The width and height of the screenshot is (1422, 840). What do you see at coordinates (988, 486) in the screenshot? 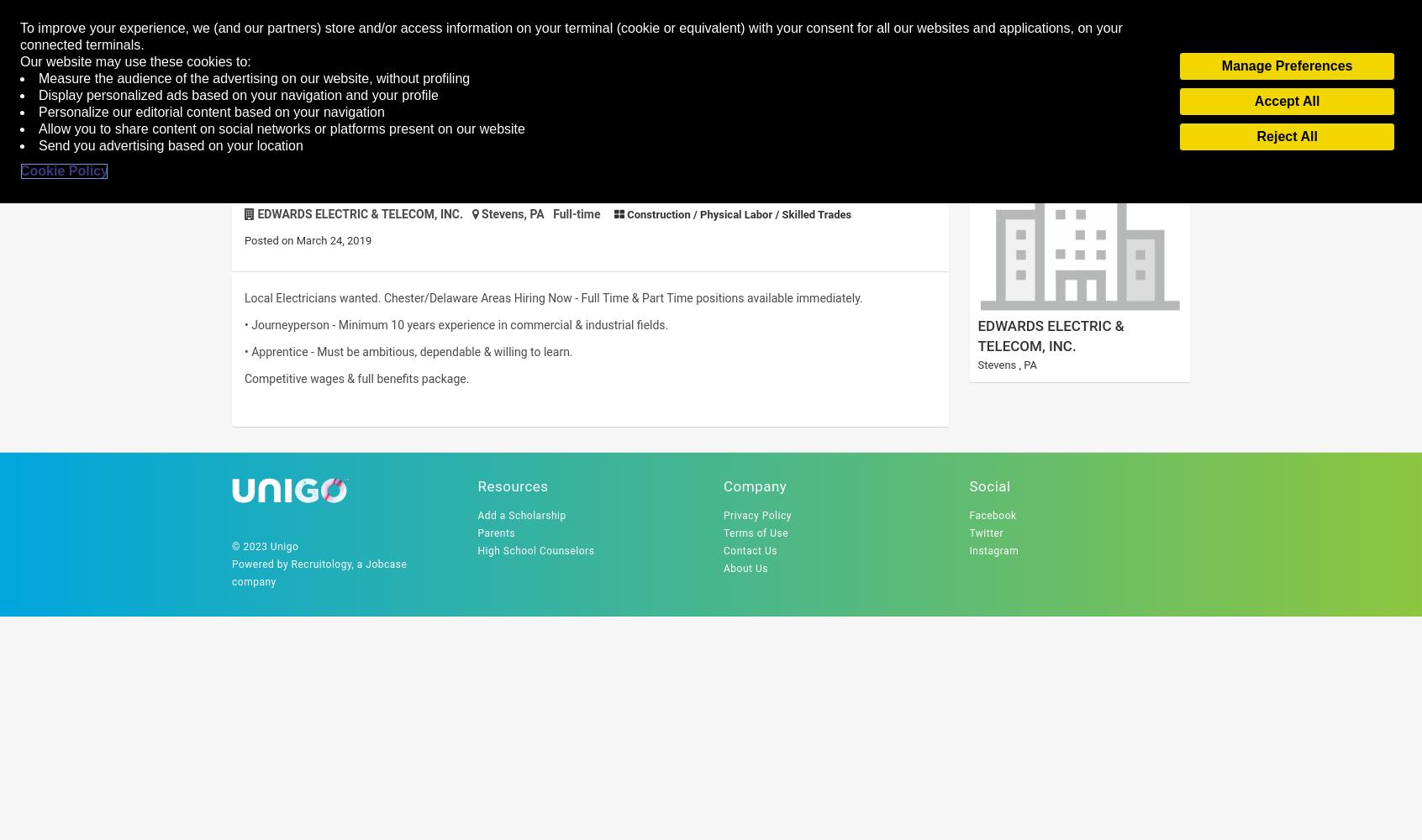
I see `'Social'` at bounding box center [988, 486].